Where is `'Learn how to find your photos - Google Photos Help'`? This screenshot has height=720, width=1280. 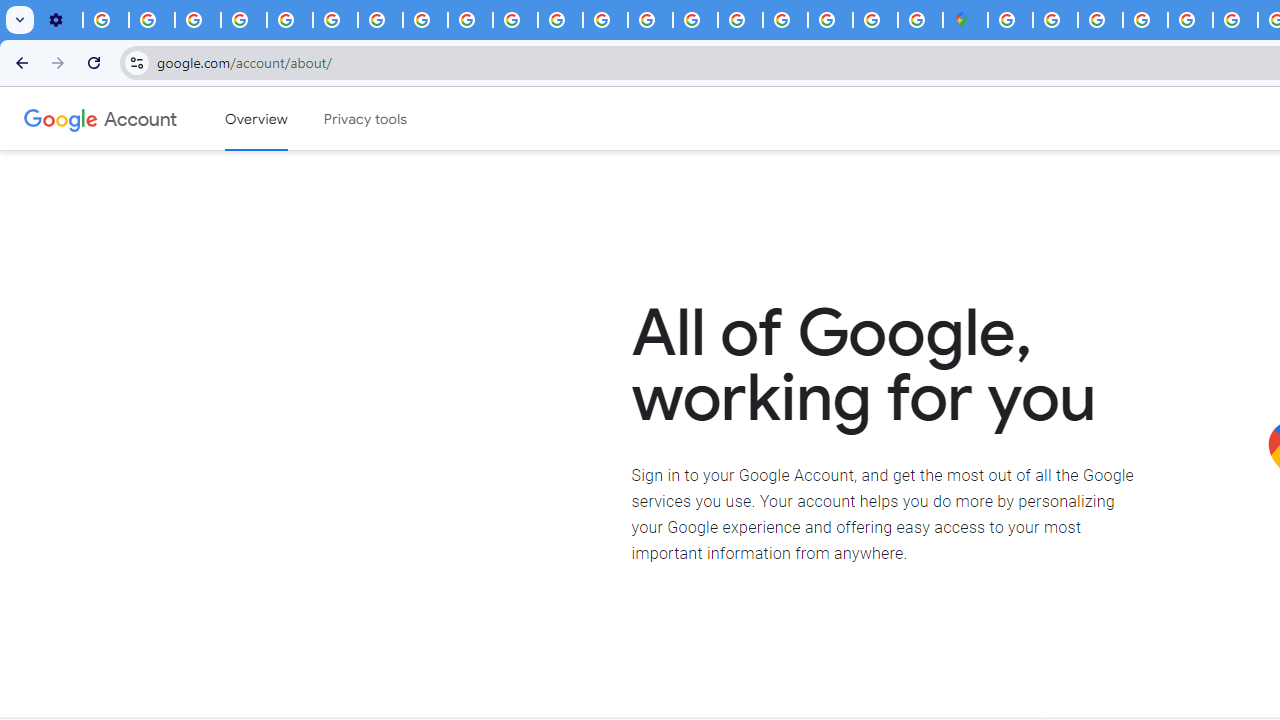
'Learn how to find your photos - Google Photos Help' is located at coordinates (151, 20).